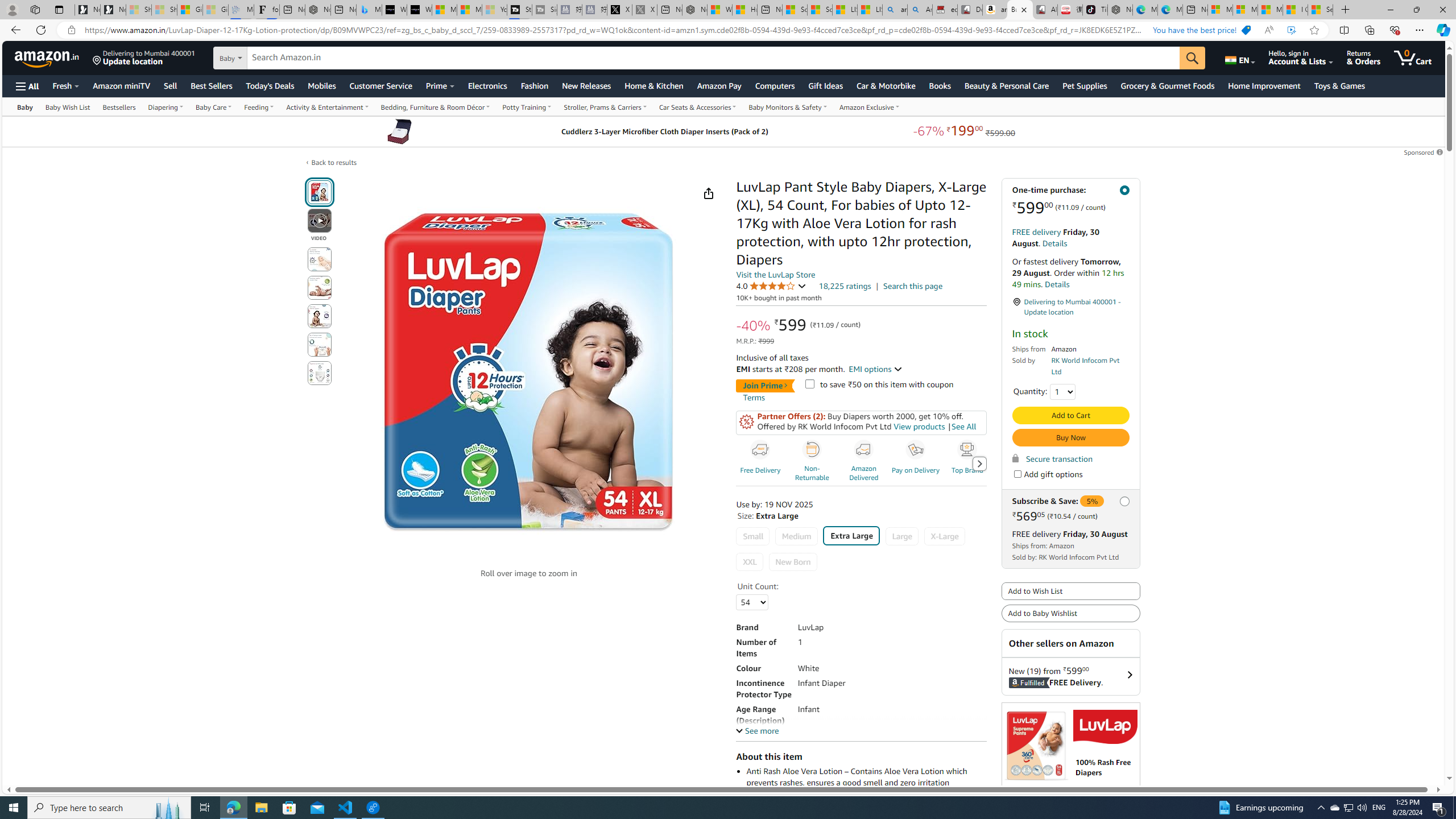 The height and width of the screenshot is (819, 1456). Describe the element at coordinates (694, 9) in the screenshot. I see `'Nordace - My Account'` at that location.